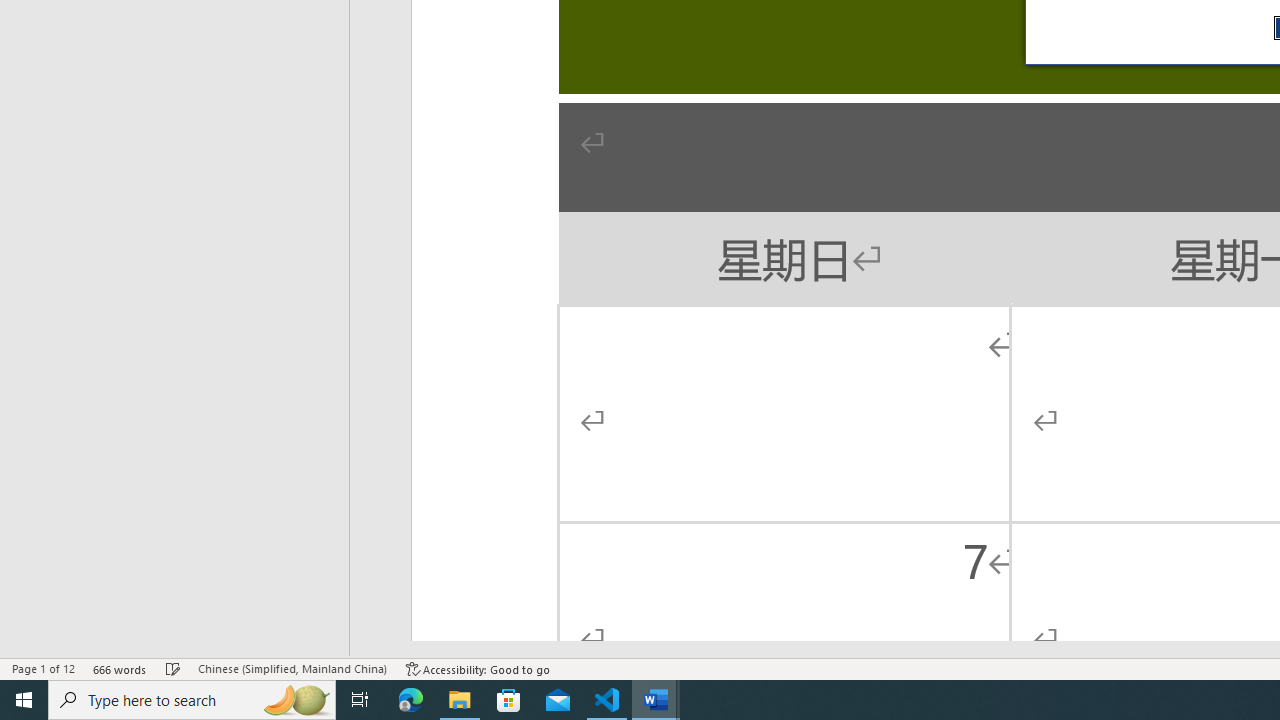 The height and width of the screenshot is (720, 1280). I want to click on 'Microsoft Store', so click(509, 698).